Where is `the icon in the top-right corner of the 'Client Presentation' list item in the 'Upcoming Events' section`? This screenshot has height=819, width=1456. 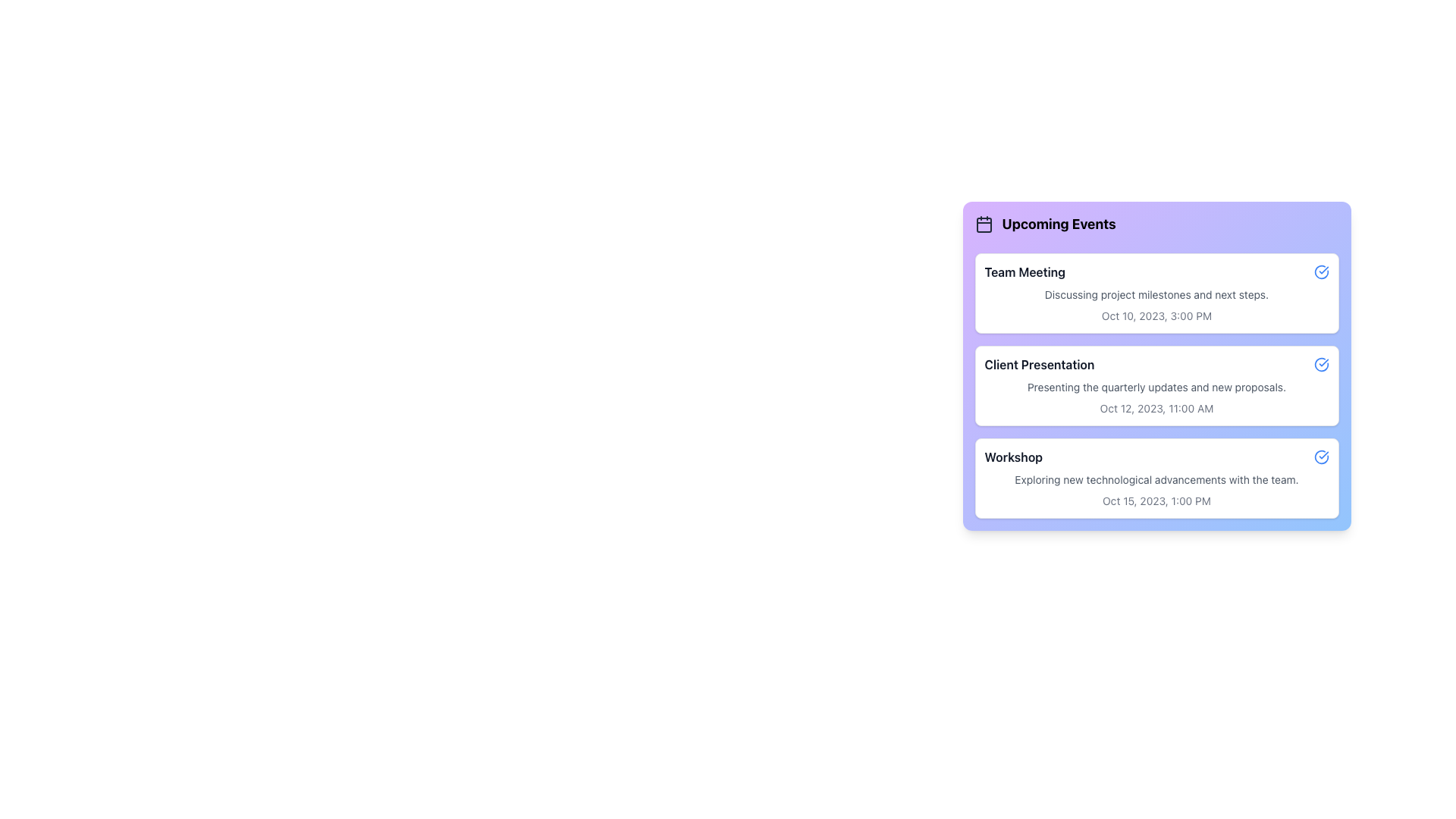
the icon in the top-right corner of the 'Client Presentation' list item in the 'Upcoming Events' section is located at coordinates (1320, 363).